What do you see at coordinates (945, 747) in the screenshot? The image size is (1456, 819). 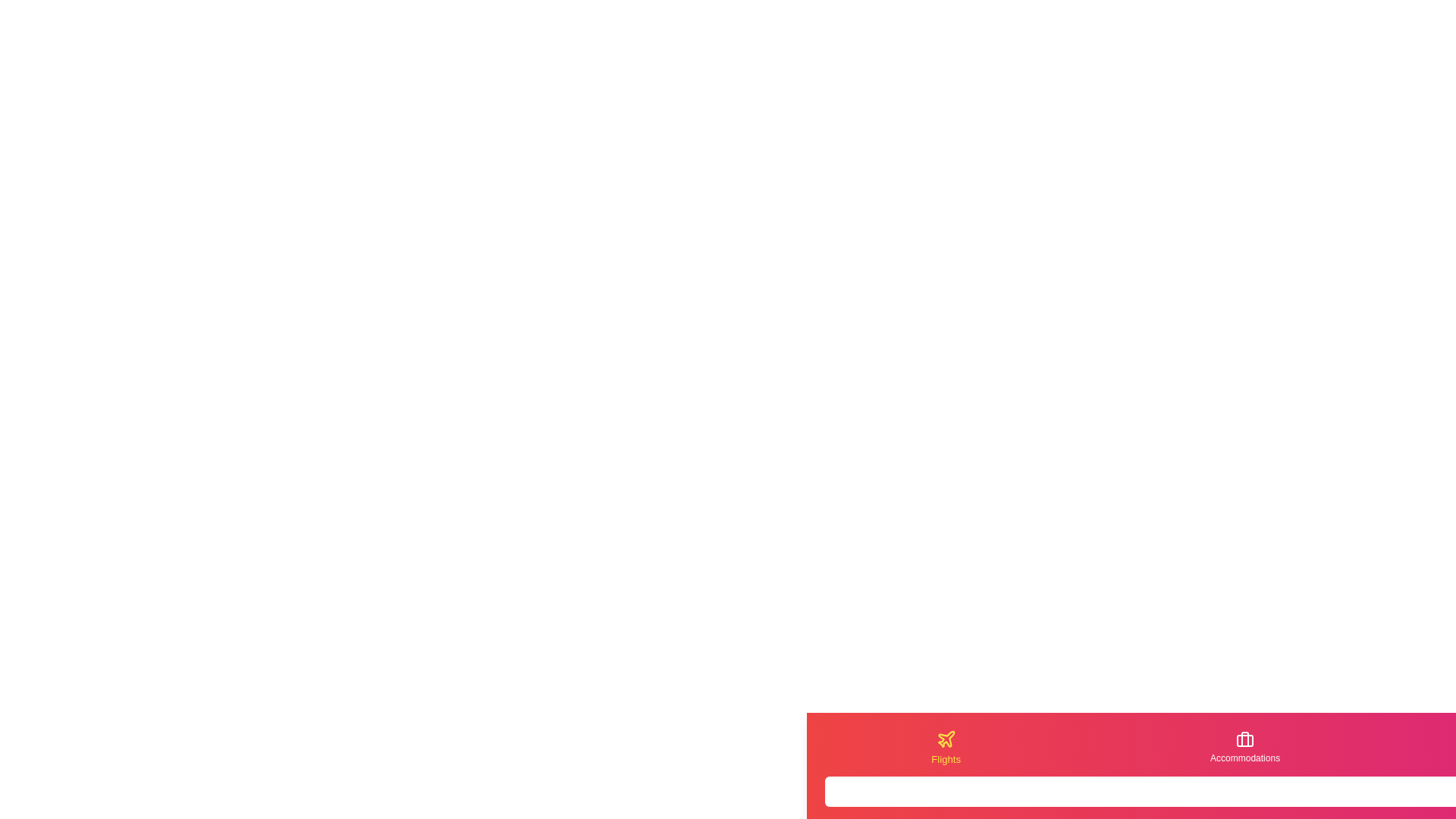 I see `the tab labeled Flights to select it` at bounding box center [945, 747].